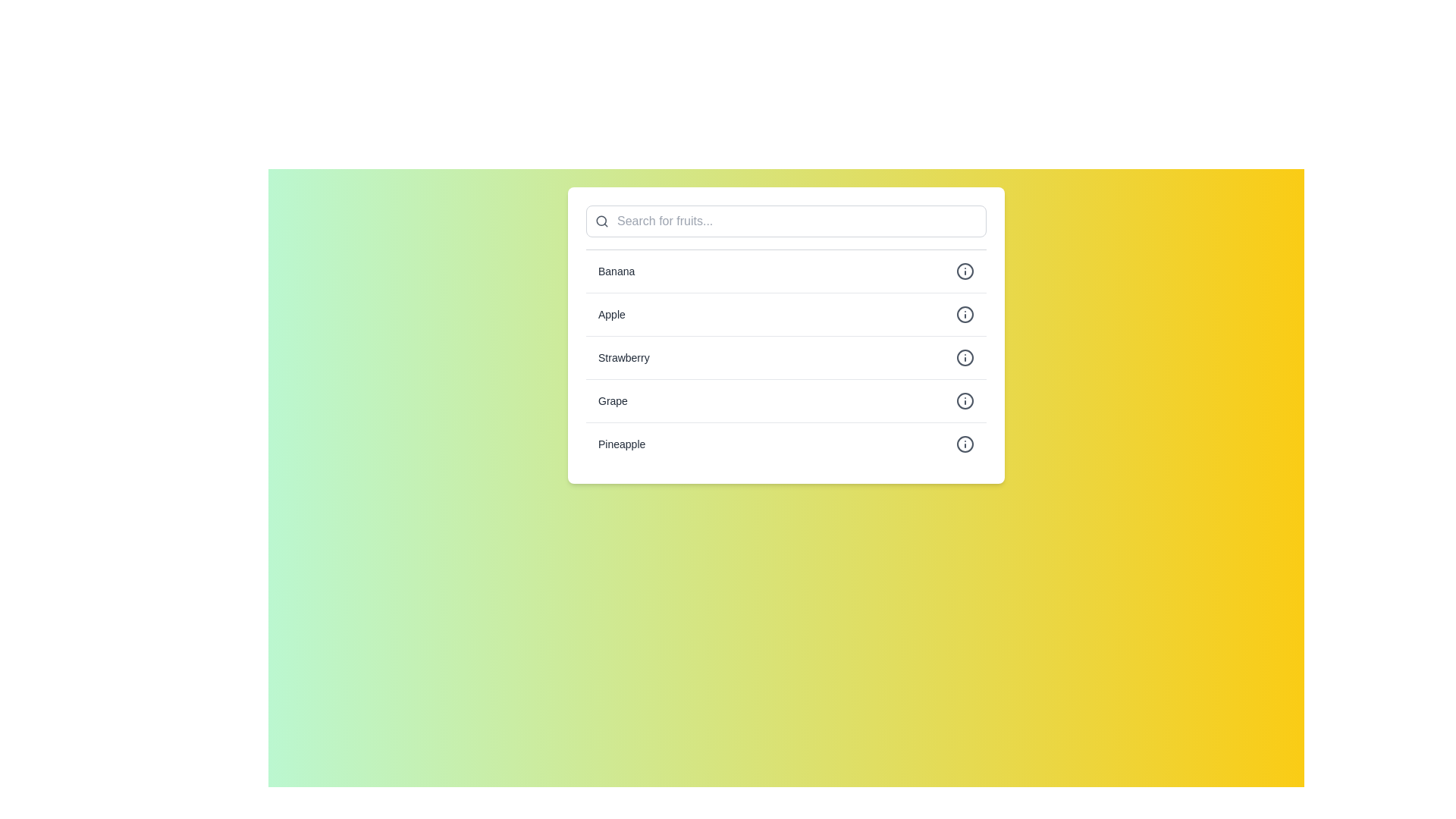 This screenshot has height=819, width=1456. What do you see at coordinates (786, 312) in the screenshot?
I see `the list item titled 'Apple' in the dropdown menu` at bounding box center [786, 312].